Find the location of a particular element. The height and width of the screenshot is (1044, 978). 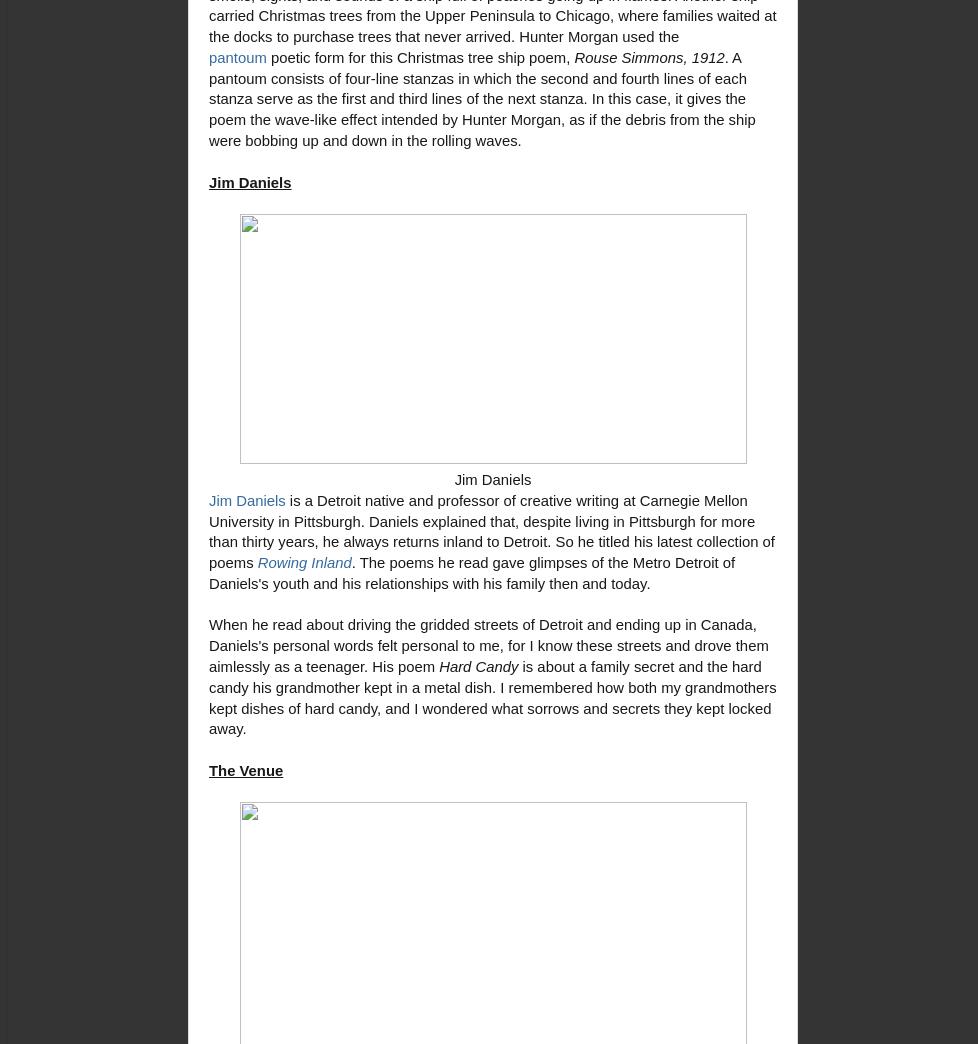

'. A pantoum consists of four-line stanzas in which the second and fourth lines of each stanza serve as the first and third lines of the next stanza. In this case, it gives the poem the wave-like effect intended by Hunter Morgan, as if the debris from the ship were bobbing up and down in the rolling waves.' is located at coordinates (480, 98).